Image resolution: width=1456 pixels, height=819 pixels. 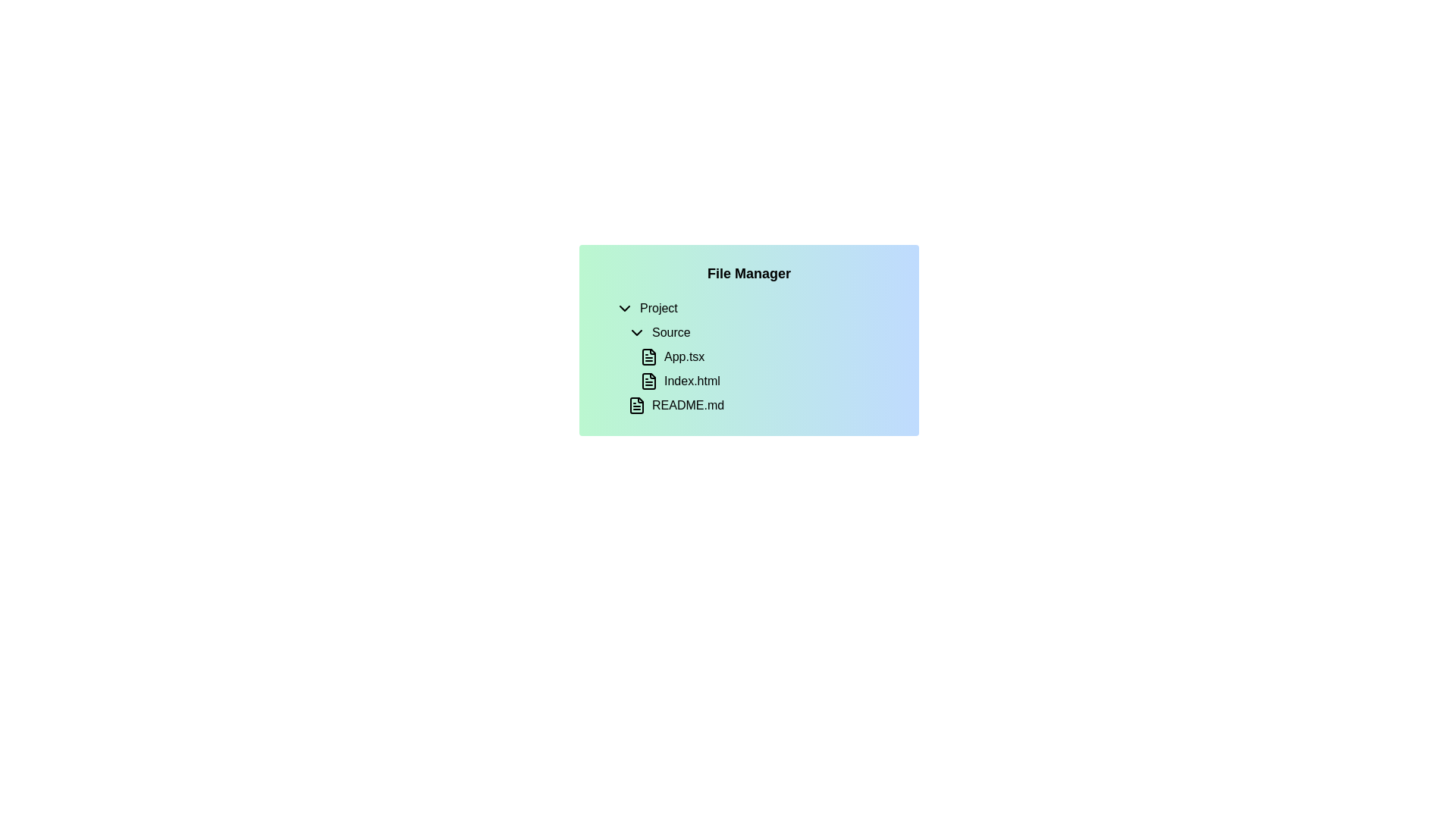 I want to click on the 'Index.html' file item, so click(x=767, y=380).